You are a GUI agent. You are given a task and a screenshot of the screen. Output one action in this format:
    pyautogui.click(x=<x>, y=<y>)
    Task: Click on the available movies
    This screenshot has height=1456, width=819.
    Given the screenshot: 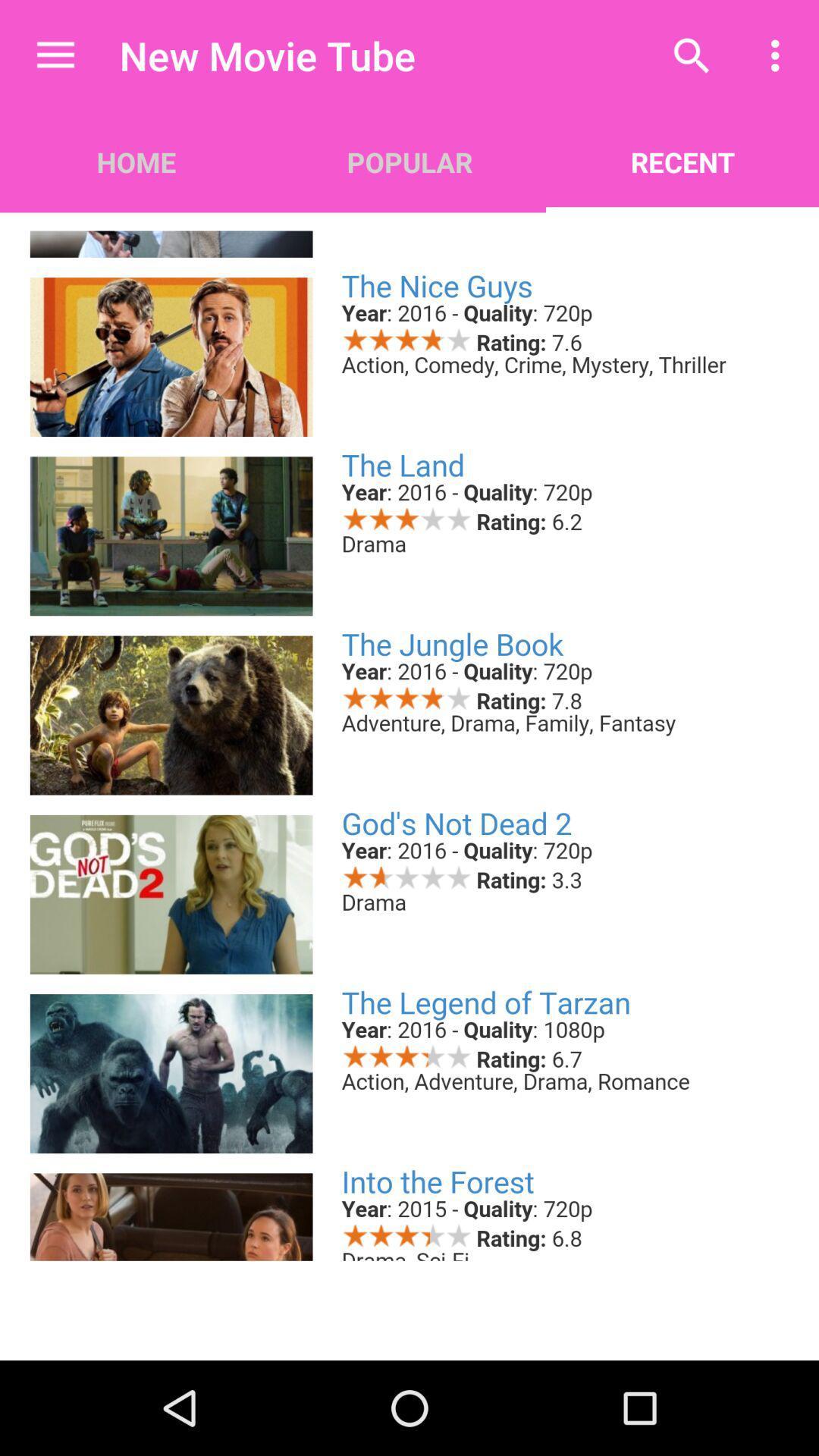 What is the action you would take?
    pyautogui.click(x=409, y=736)
    